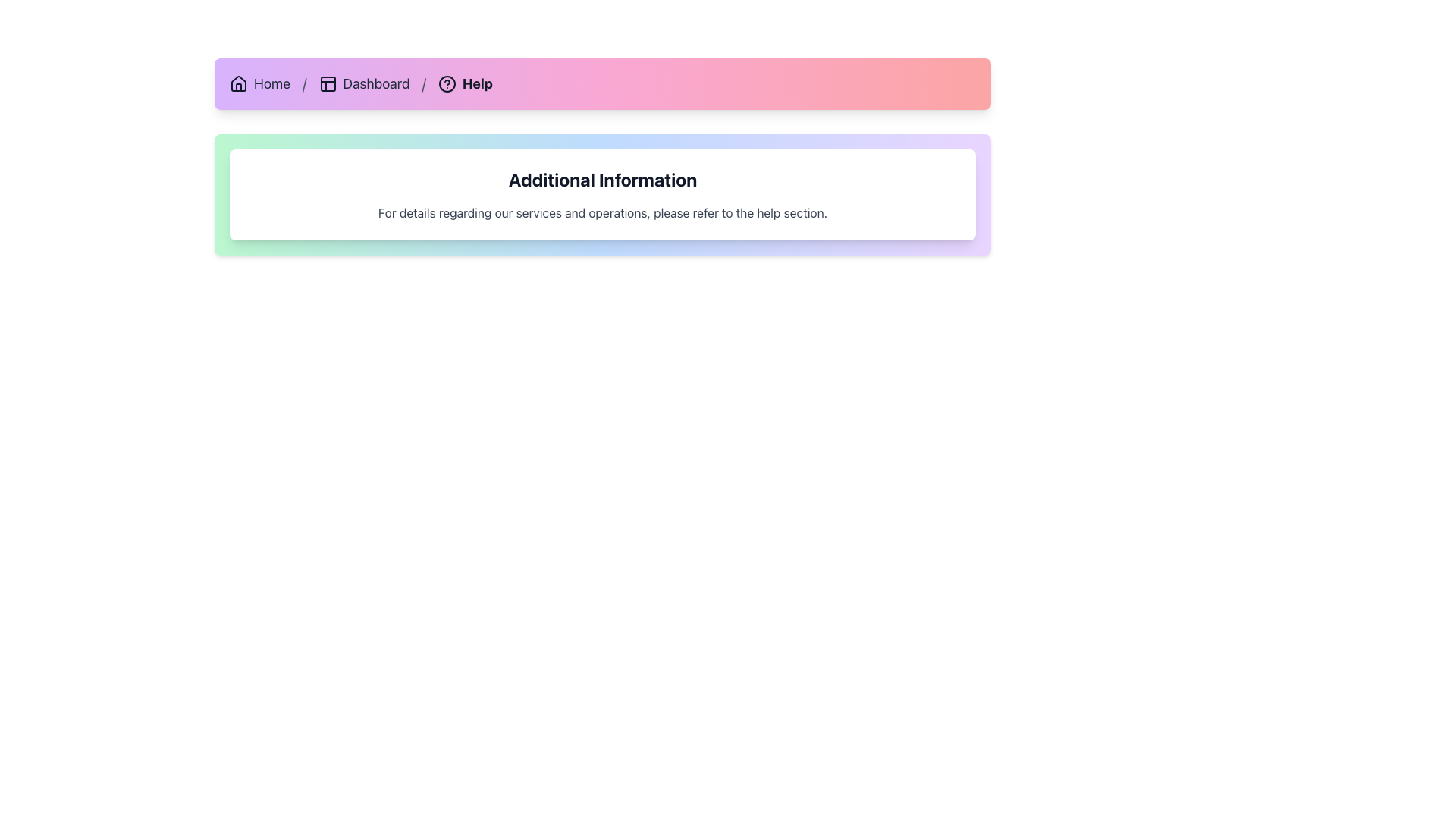 The height and width of the screenshot is (819, 1456). I want to click on the help section text label located in the top-right section of the navigation bar, adjacent to the question mark icon, so click(476, 84).